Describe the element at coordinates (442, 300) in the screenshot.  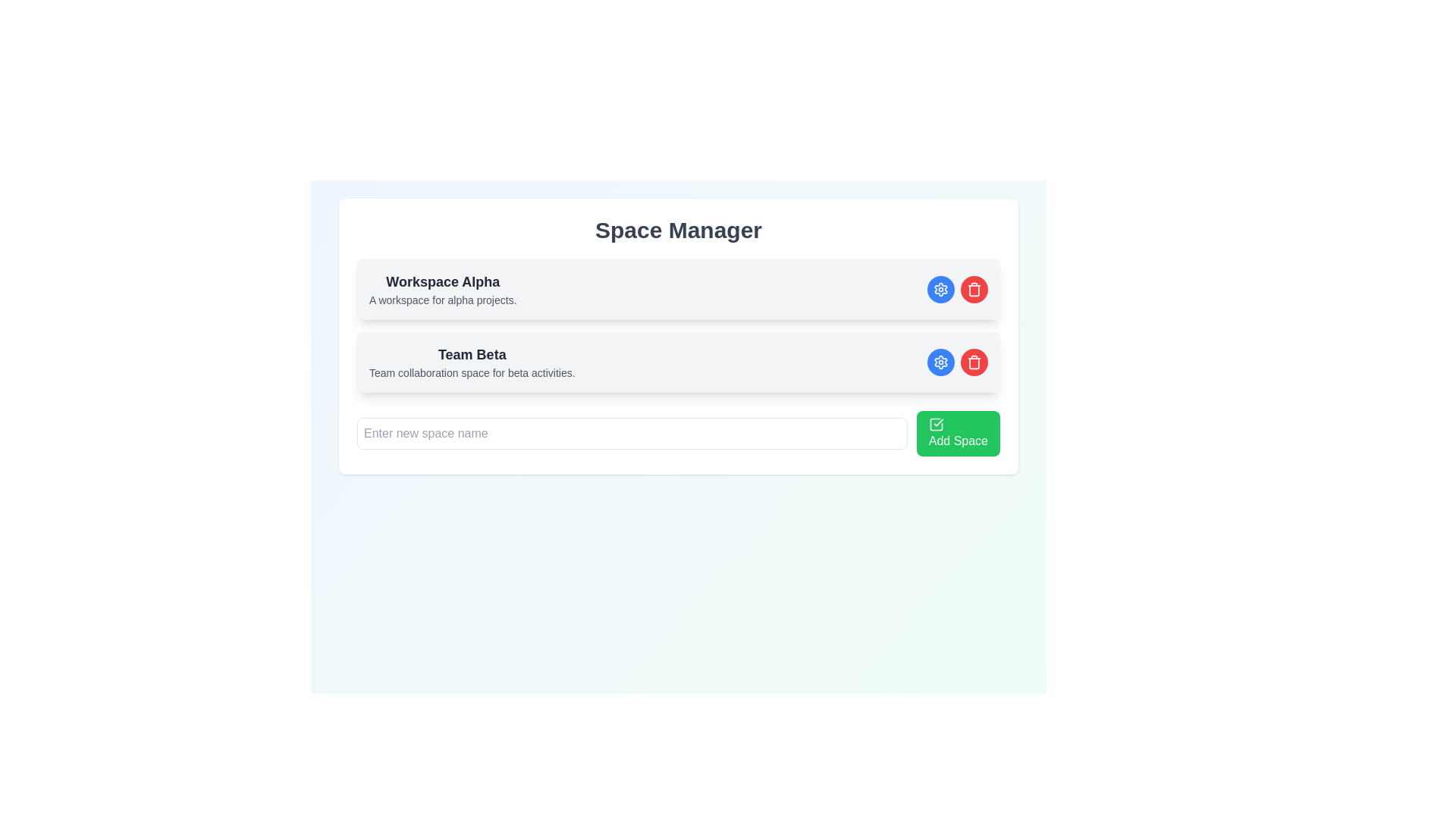
I see `the text label that provides a brief description of 'Workspace Alpha', which is located directly below the title 'Workspace Alpha' in the vertical list under 'Space Manager'` at that location.